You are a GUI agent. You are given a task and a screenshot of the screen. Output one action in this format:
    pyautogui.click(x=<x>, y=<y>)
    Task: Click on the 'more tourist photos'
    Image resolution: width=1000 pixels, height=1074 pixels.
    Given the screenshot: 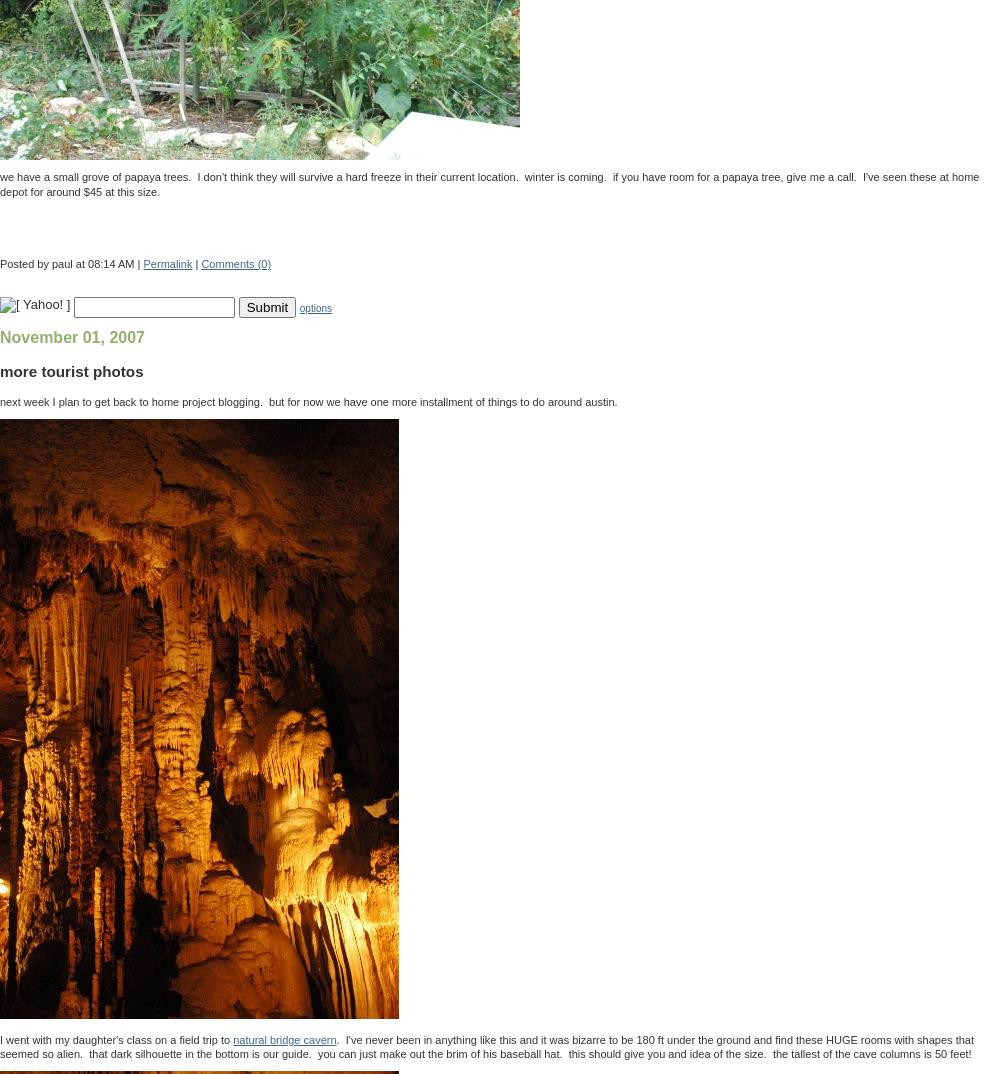 What is the action you would take?
    pyautogui.click(x=70, y=369)
    